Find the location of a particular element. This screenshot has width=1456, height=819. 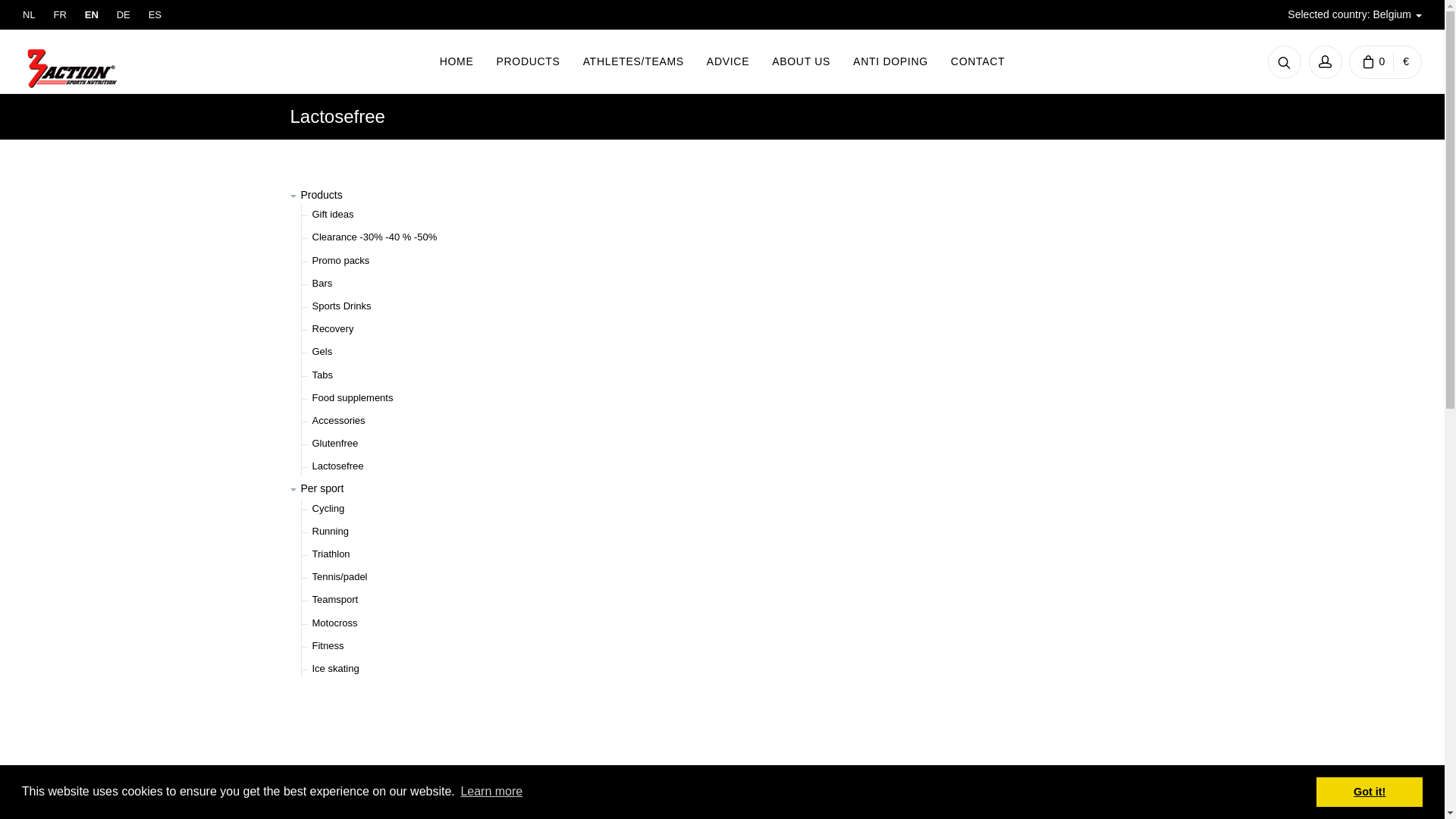

'ADVICE' is located at coordinates (728, 61).